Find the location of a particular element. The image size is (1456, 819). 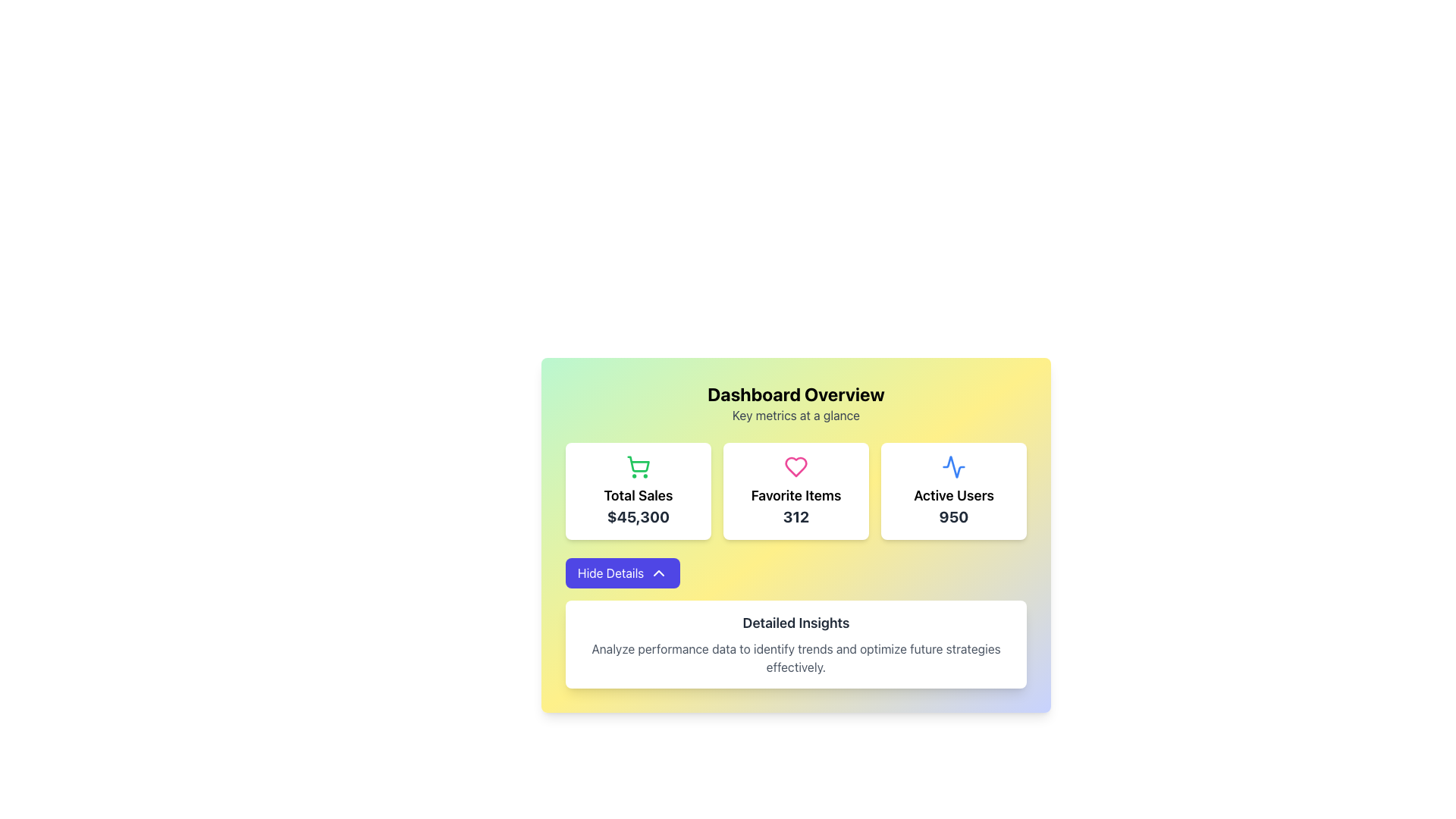

information displayed in the Information Panel, which is a white box with a shadow containing the title 'Detailed Insights' and a descriptive paragraph, located at the bottom section of the dashboard interface is located at coordinates (795, 644).